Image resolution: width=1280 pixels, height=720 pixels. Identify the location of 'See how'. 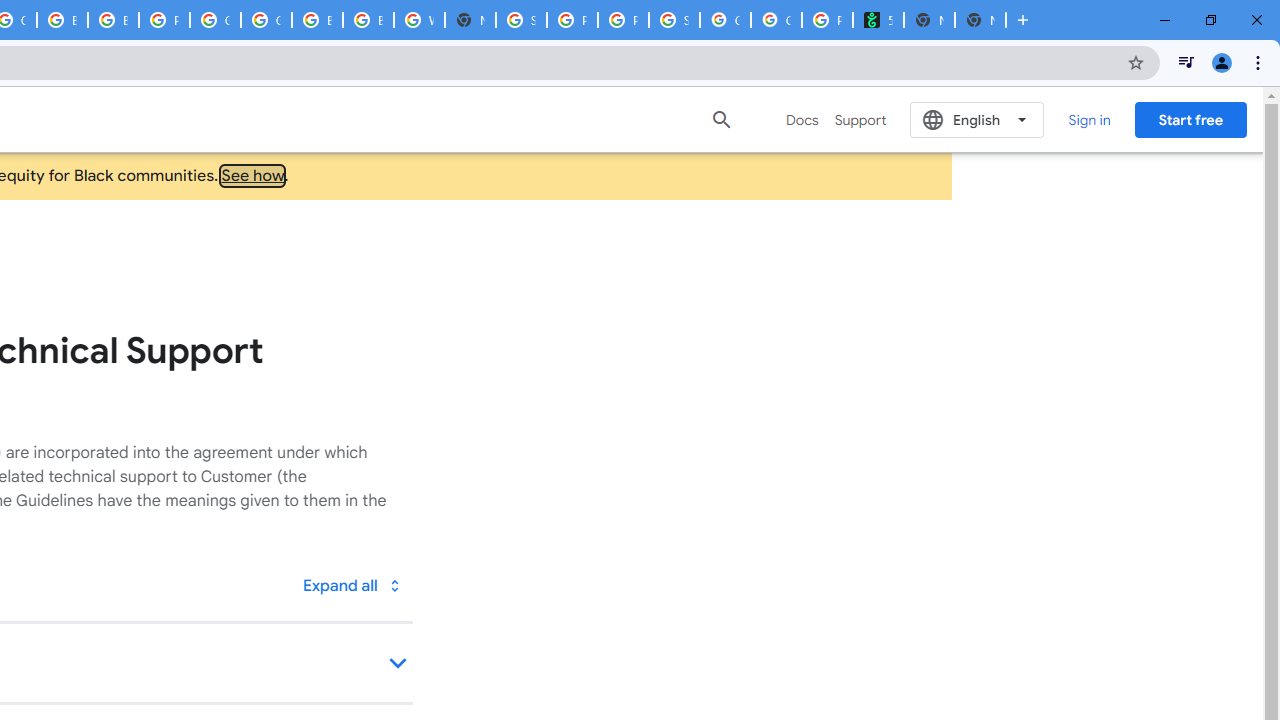
(252, 175).